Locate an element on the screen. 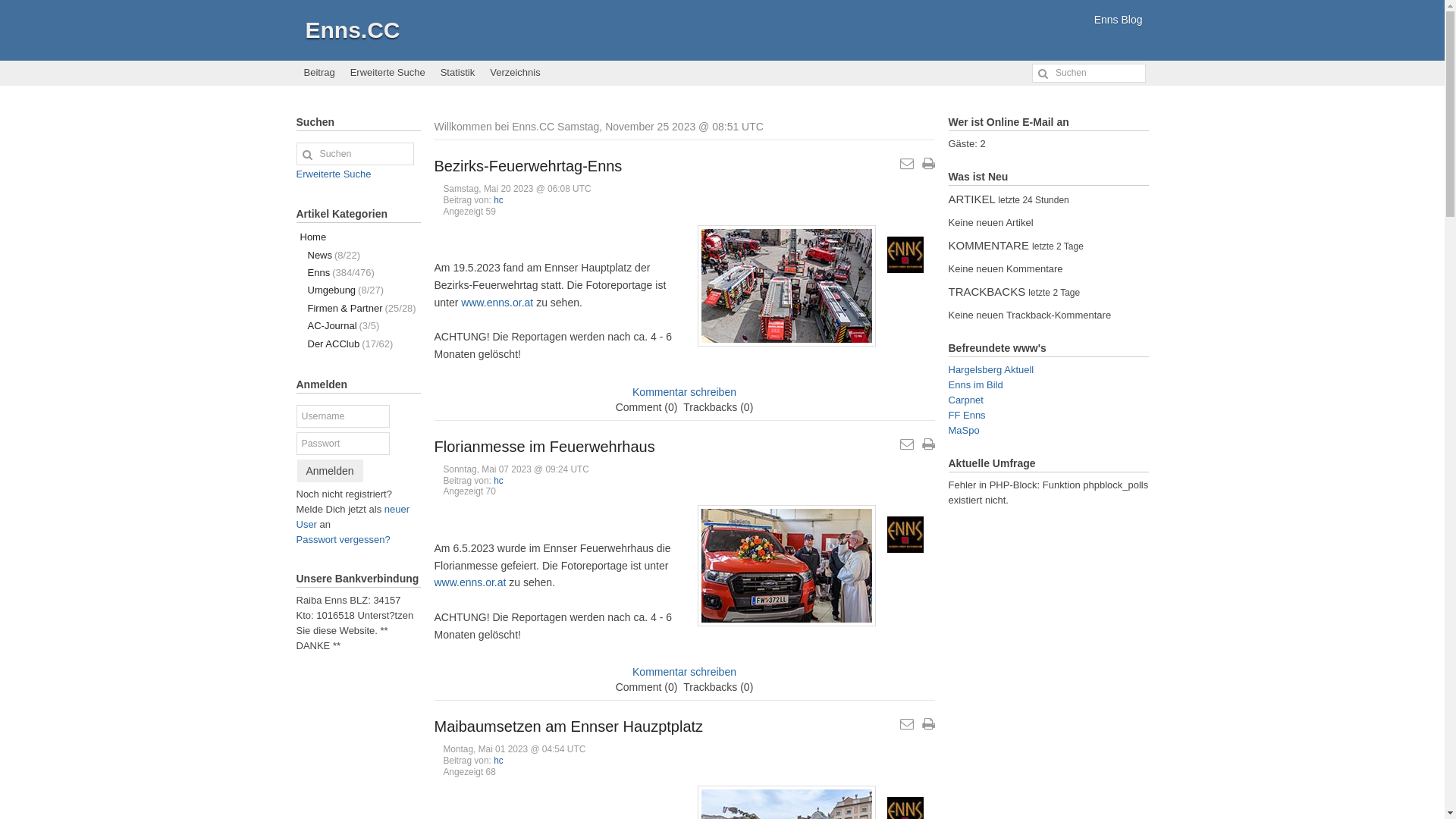 This screenshot has height=819, width=1456. 'Beitrag' is located at coordinates (318, 73).